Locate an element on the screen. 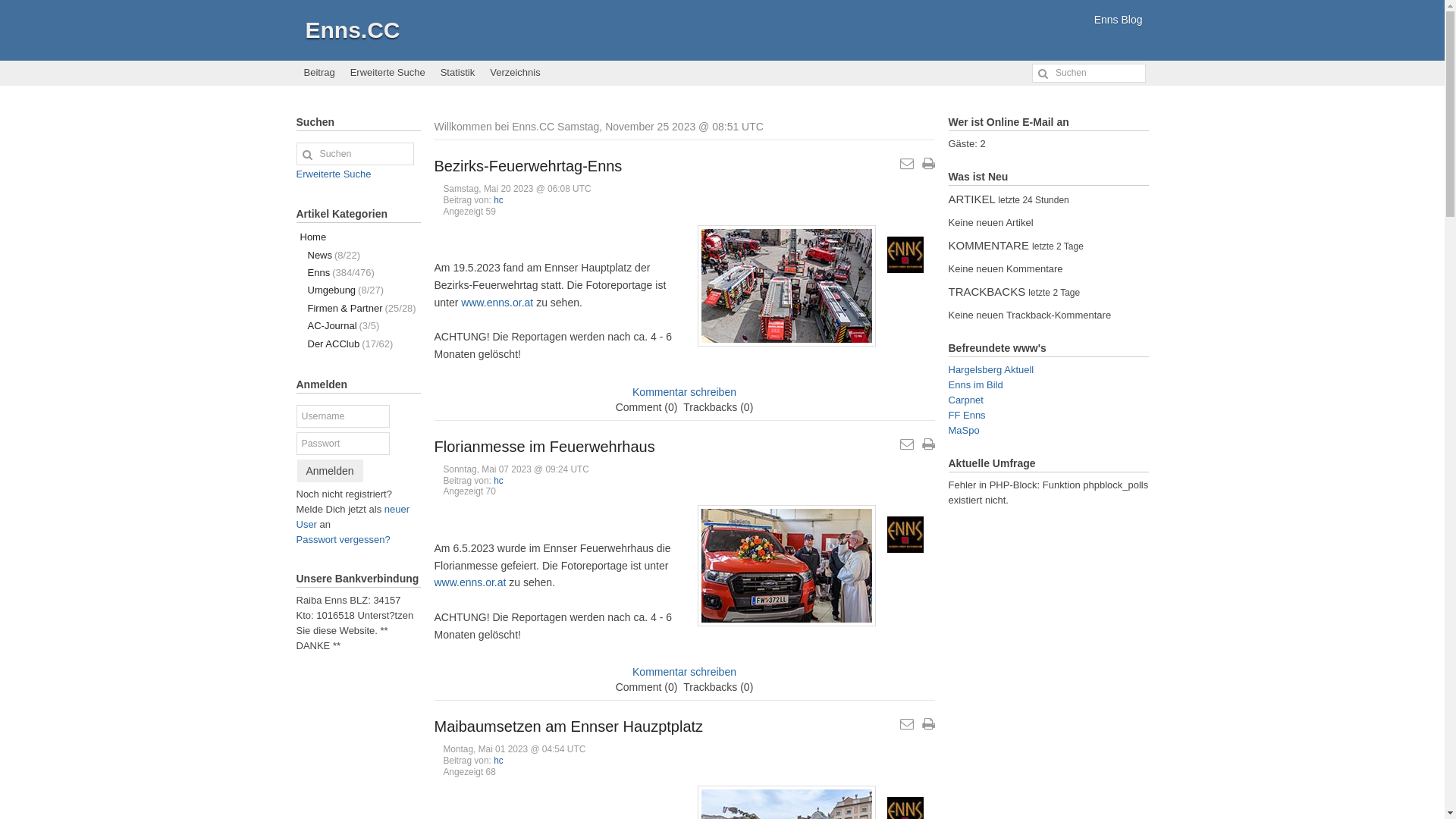 This screenshot has height=819, width=1456. 'Beitrag' is located at coordinates (318, 73).